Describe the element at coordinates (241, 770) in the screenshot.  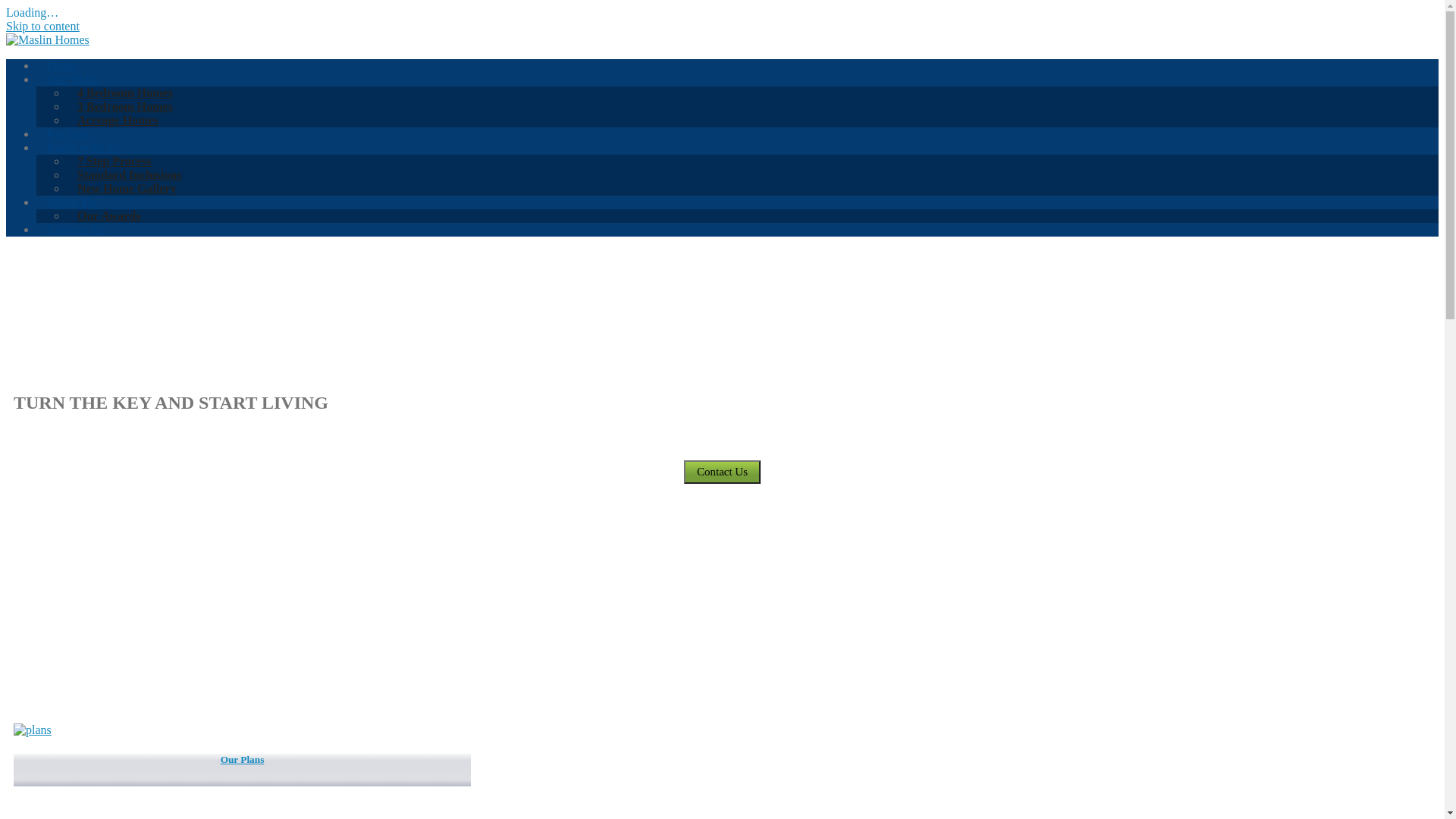
I see `'Our Plans'` at that location.